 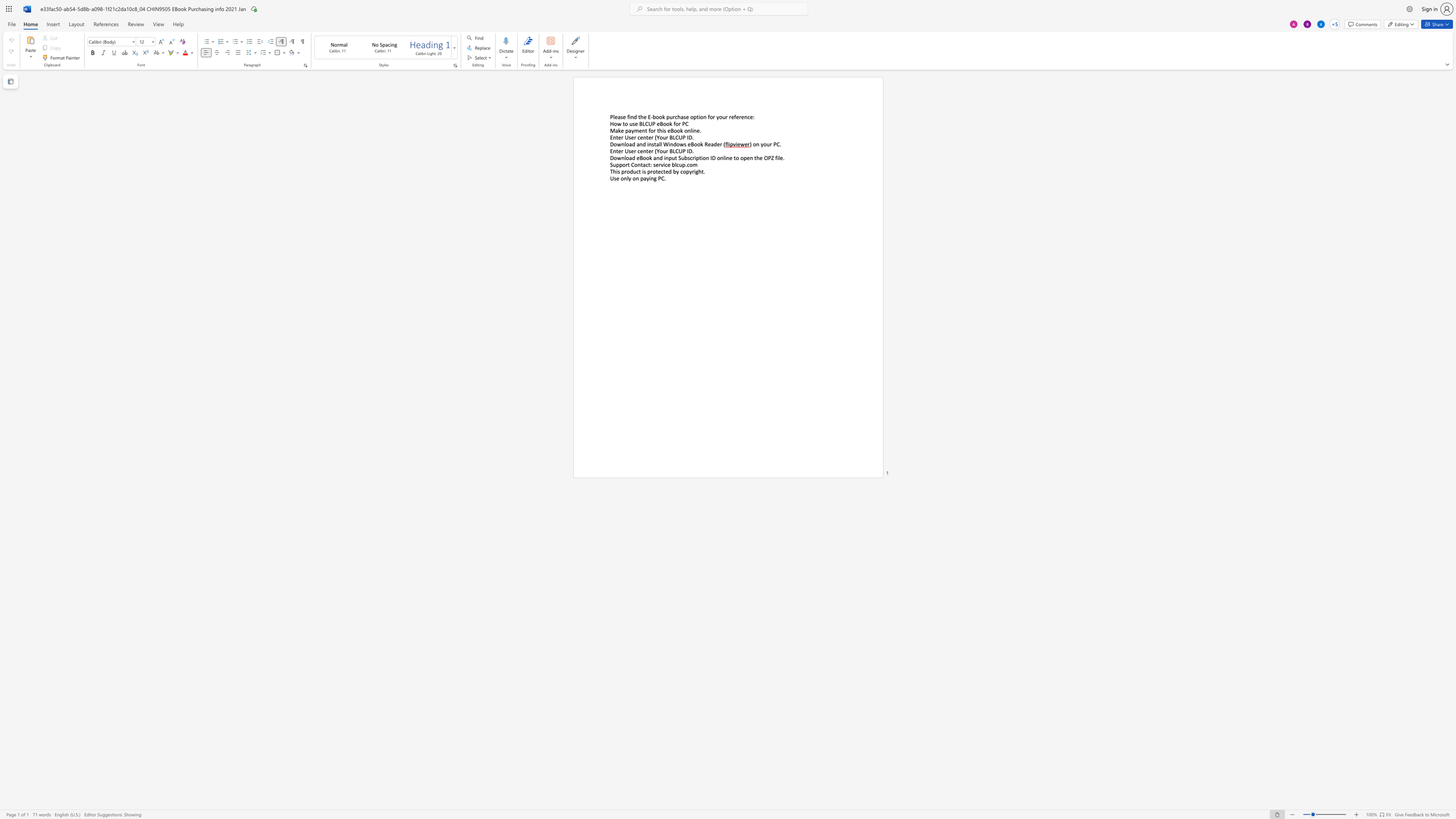 I want to click on the subset text "l Wind" within the text "Download and install Windows eBook Reader (", so click(x=660, y=144).